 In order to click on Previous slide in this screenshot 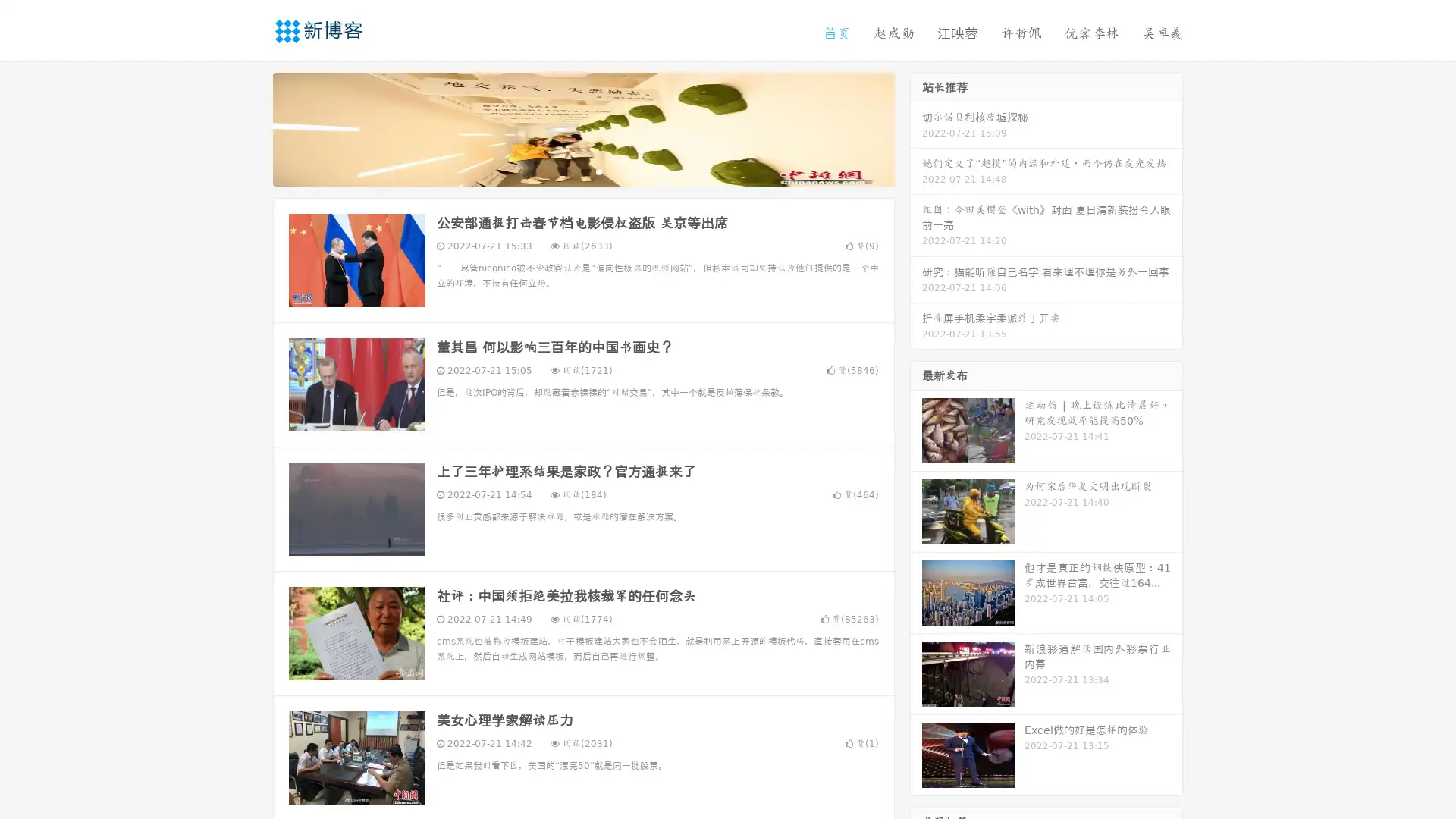, I will do `click(250, 127)`.